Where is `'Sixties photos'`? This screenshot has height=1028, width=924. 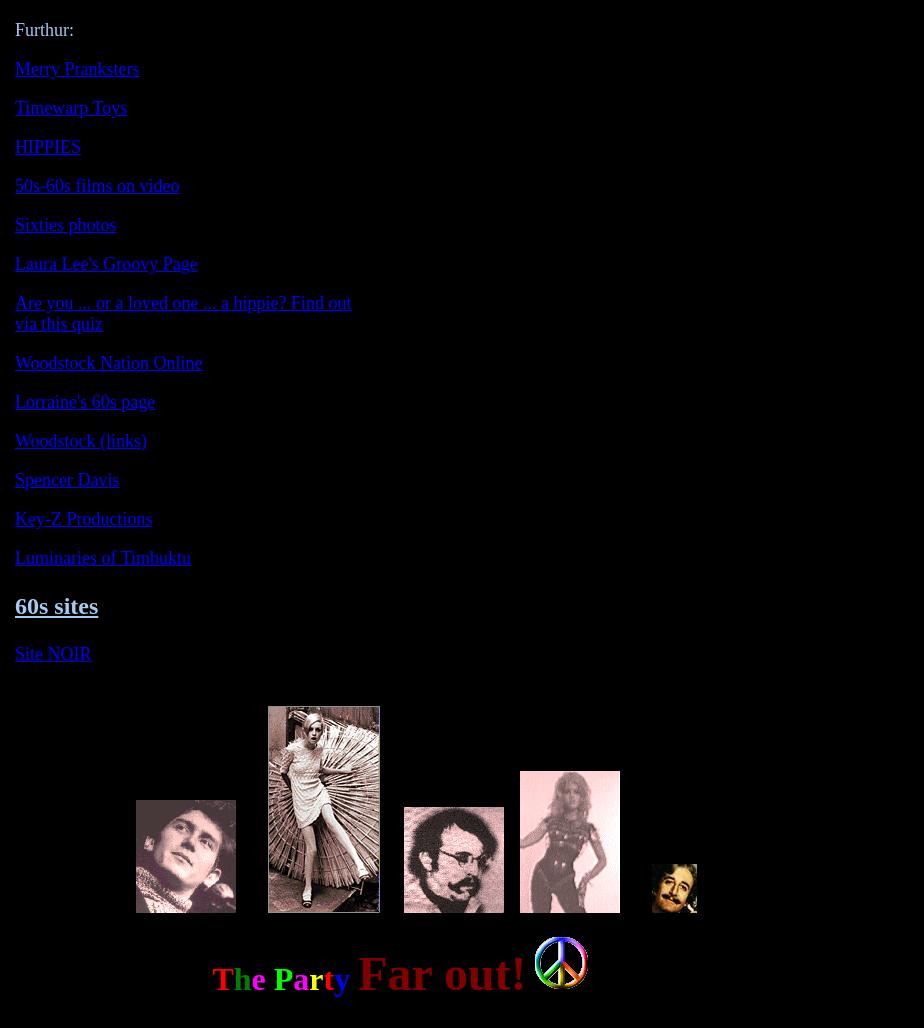 'Sixties photos' is located at coordinates (65, 224).